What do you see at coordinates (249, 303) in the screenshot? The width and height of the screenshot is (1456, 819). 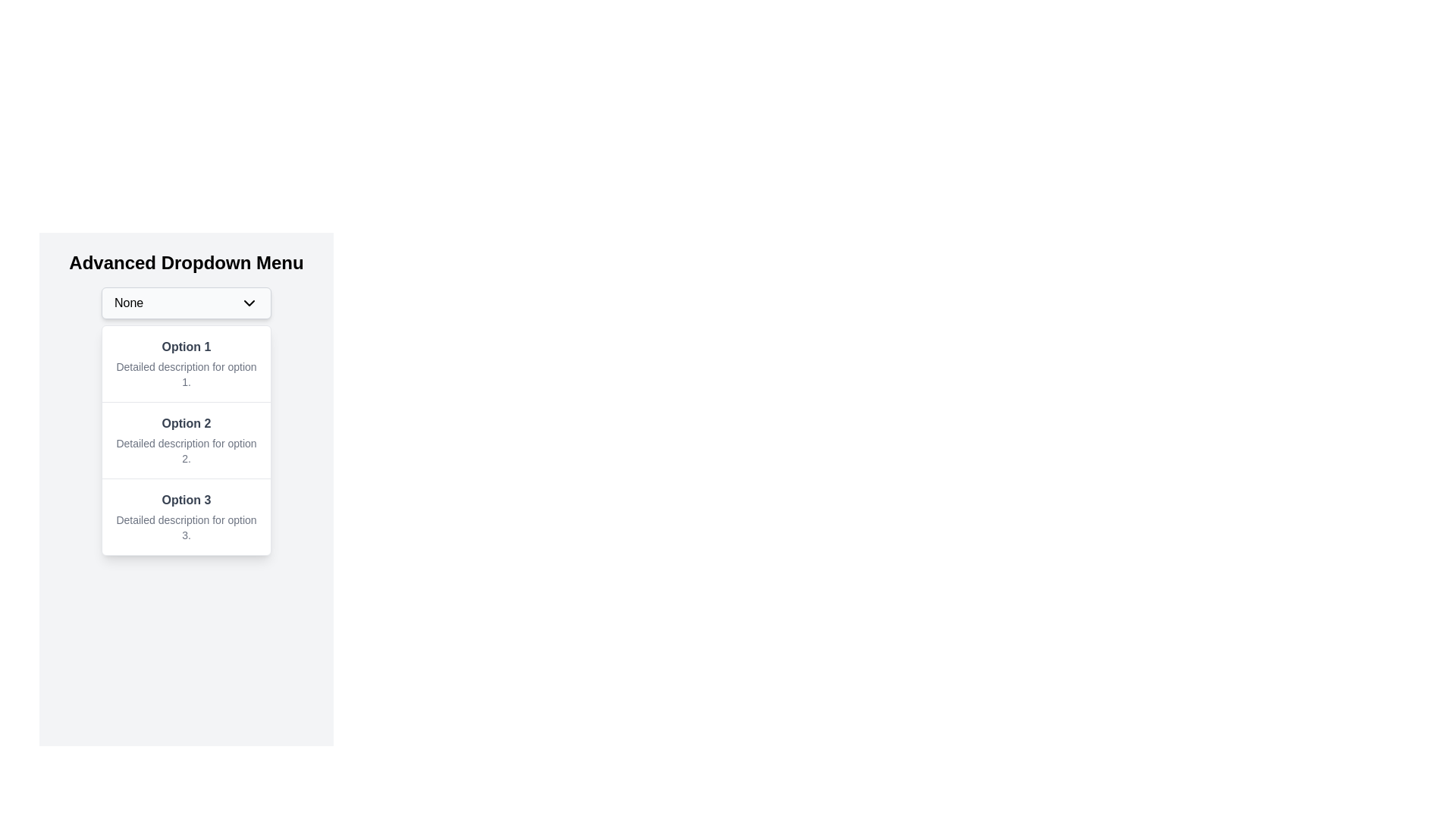 I see `the downward-pointing arrow icon located on the far right of the dropdown menu header` at bounding box center [249, 303].